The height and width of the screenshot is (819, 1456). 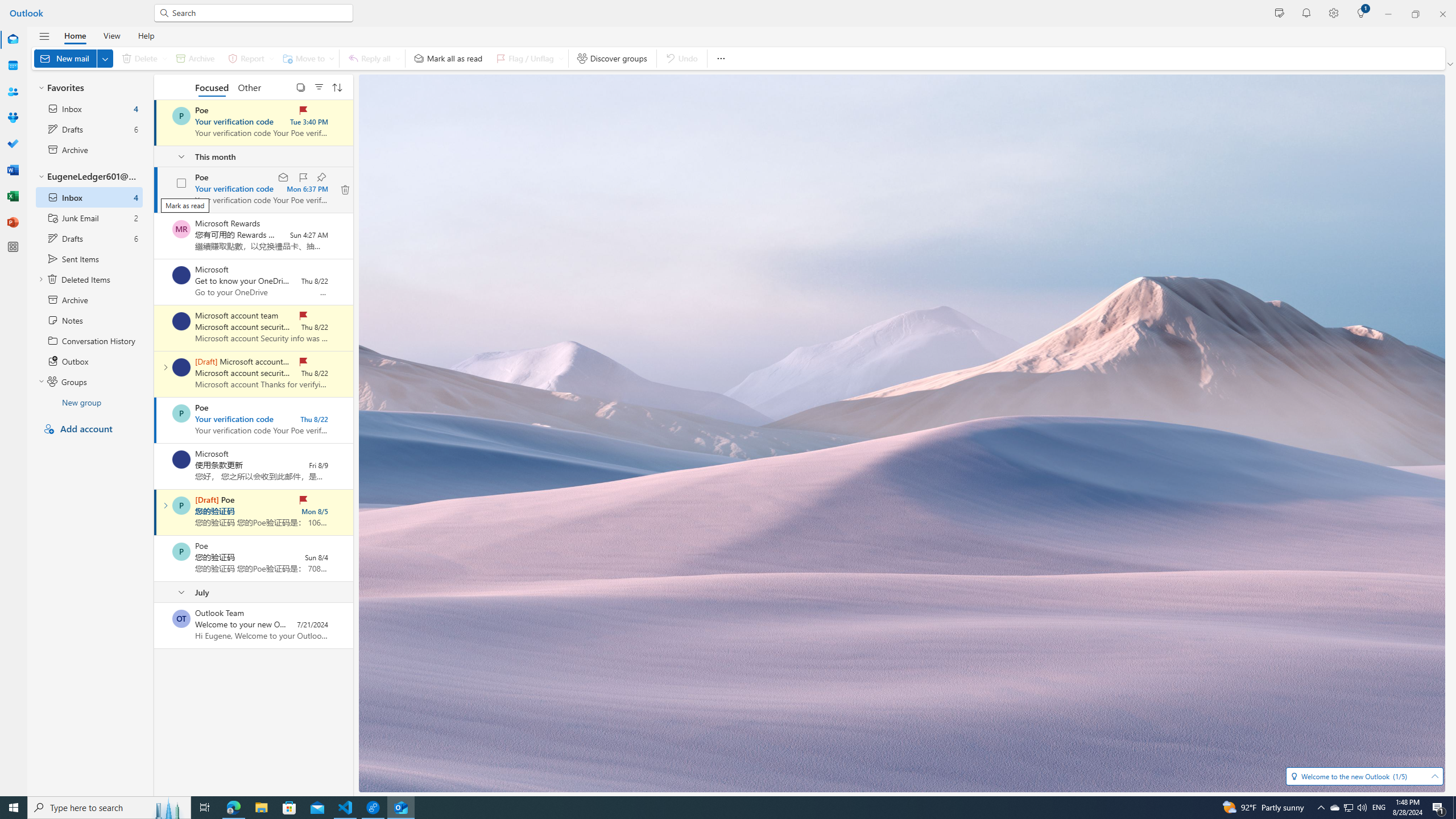 I want to click on 'Calendar', so click(x=13, y=65).